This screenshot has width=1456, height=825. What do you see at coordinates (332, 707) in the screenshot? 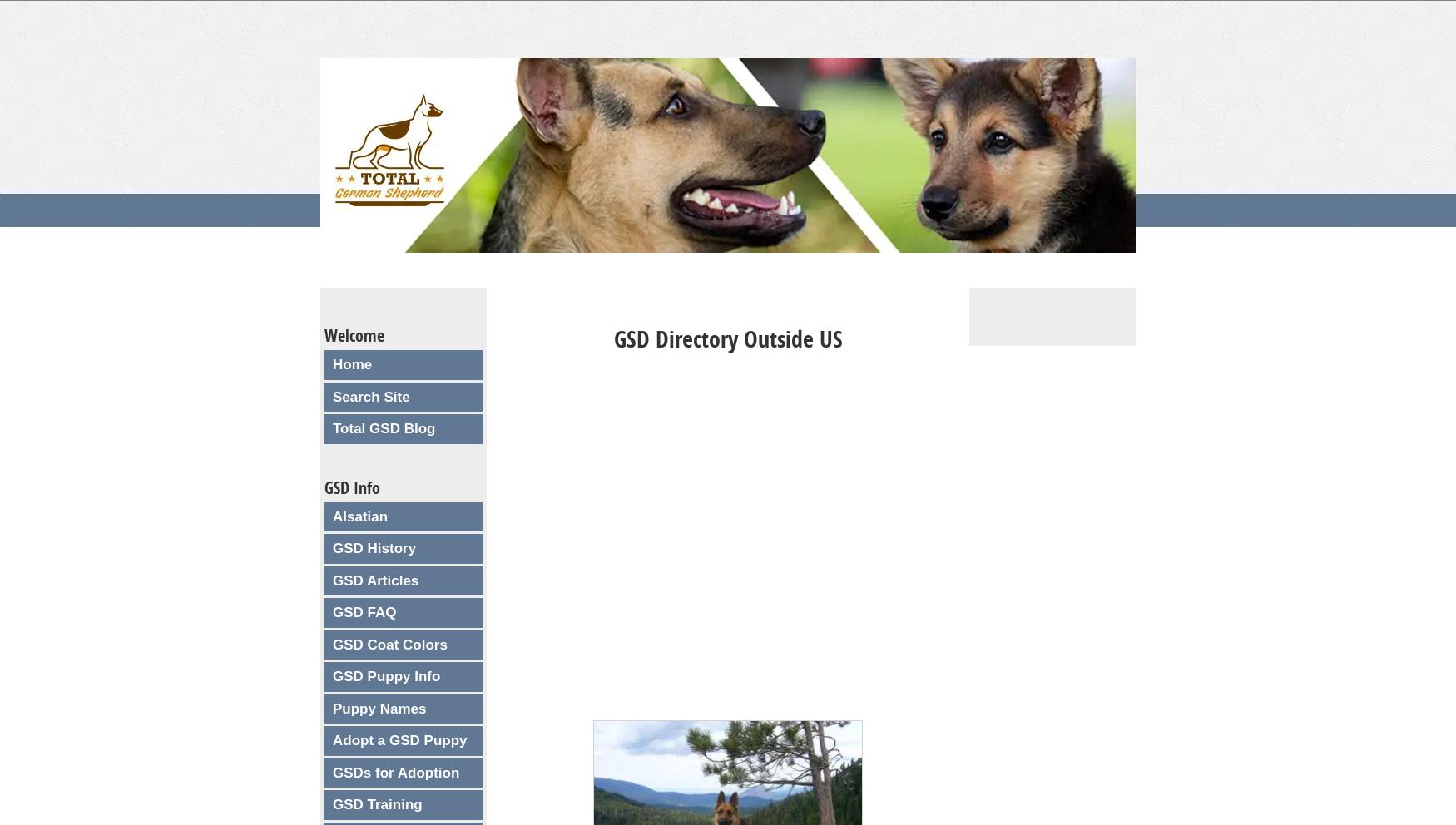
I see `'Puppy Names'` at bounding box center [332, 707].